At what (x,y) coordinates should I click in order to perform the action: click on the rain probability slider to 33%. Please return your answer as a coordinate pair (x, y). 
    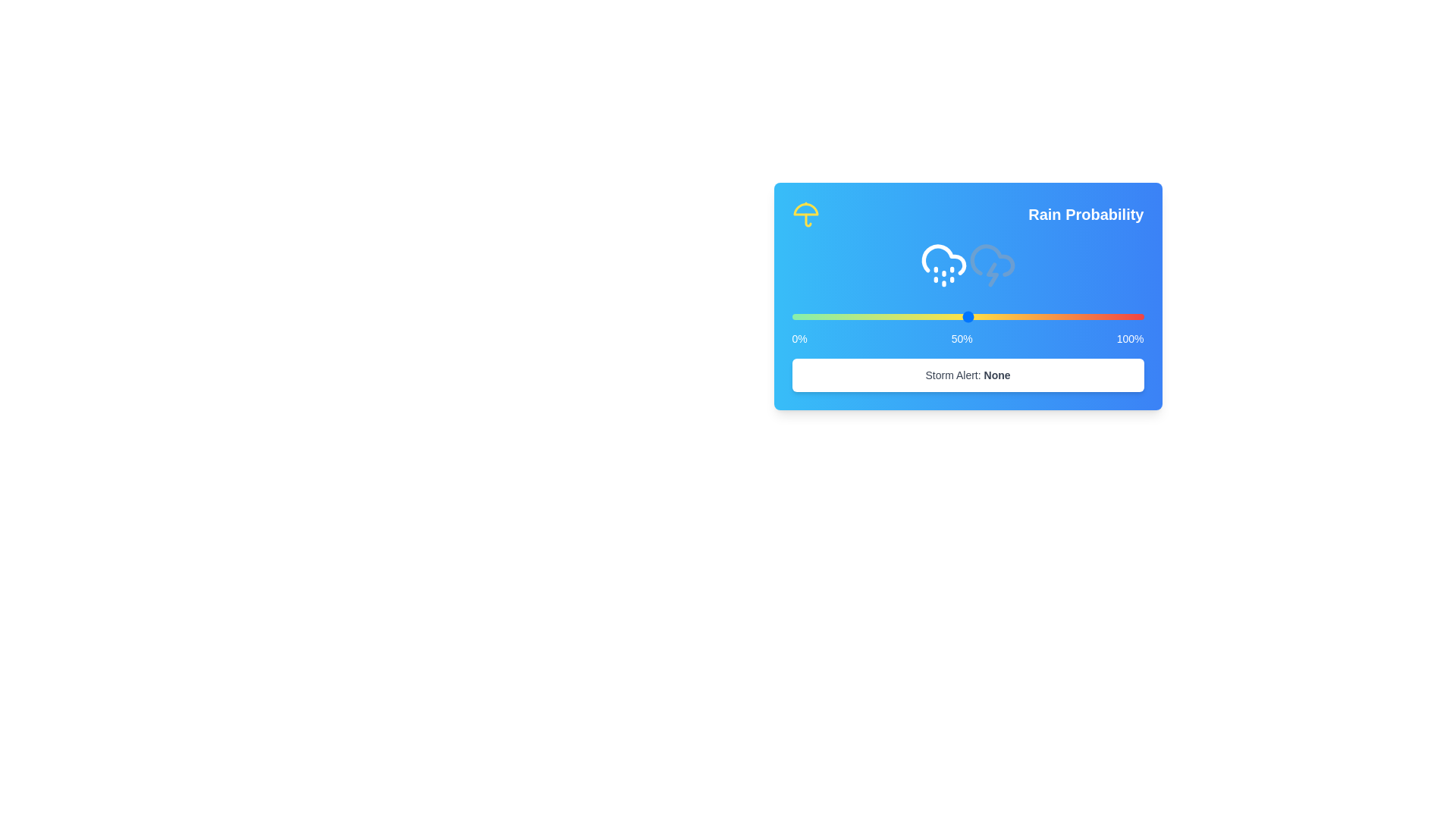
    Looking at the image, I should click on (908, 315).